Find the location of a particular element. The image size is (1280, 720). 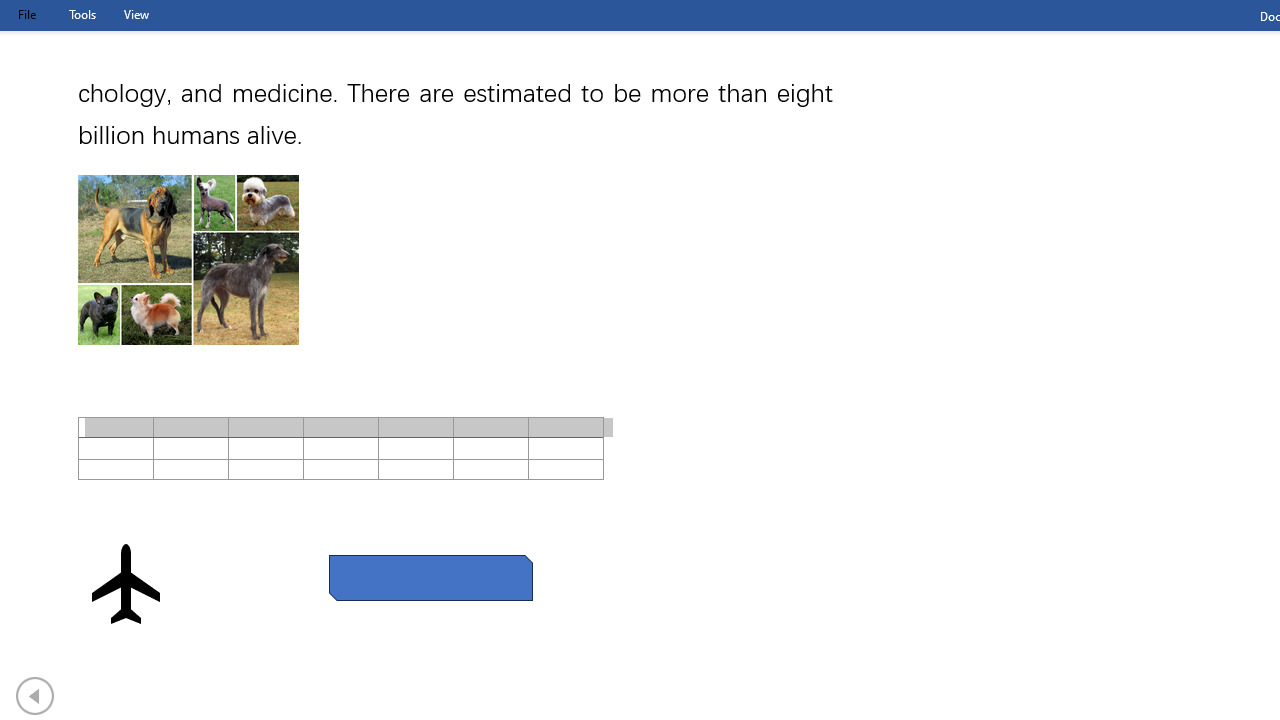

'Tools' is located at coordinates (81, 14).